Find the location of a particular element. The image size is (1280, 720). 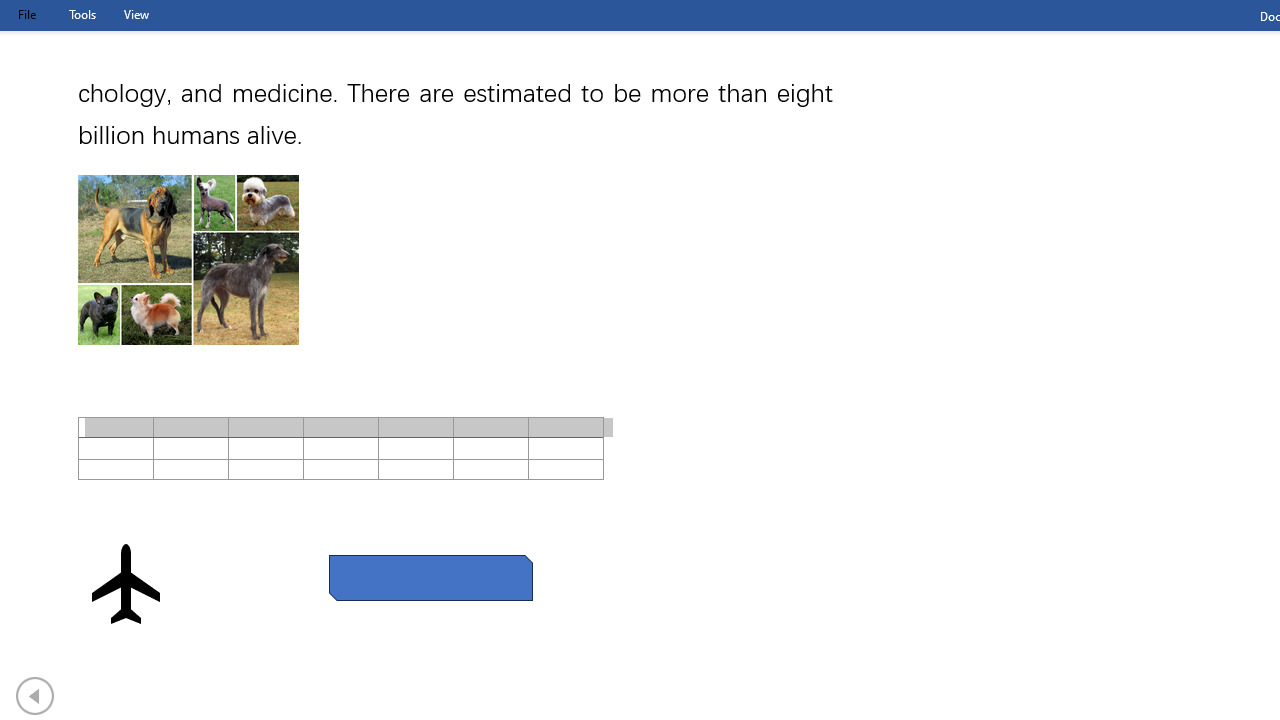

'Tools' is located at coordinates (81, 14).